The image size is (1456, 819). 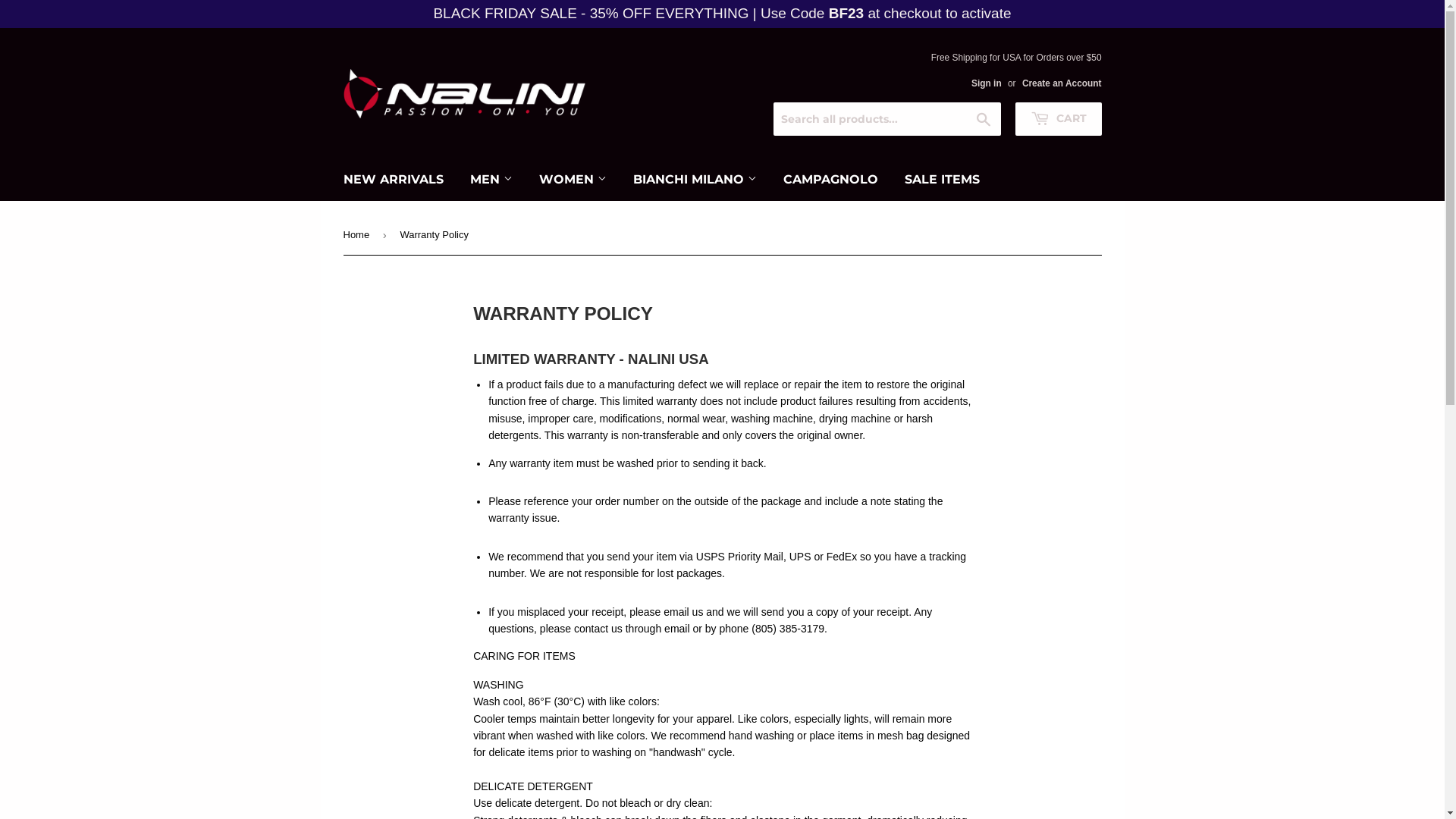 What do you see at coordinates (830, 178) in the screenshot?
I see `'CAMPAGNOLO'` at bounding box center [830, 178].